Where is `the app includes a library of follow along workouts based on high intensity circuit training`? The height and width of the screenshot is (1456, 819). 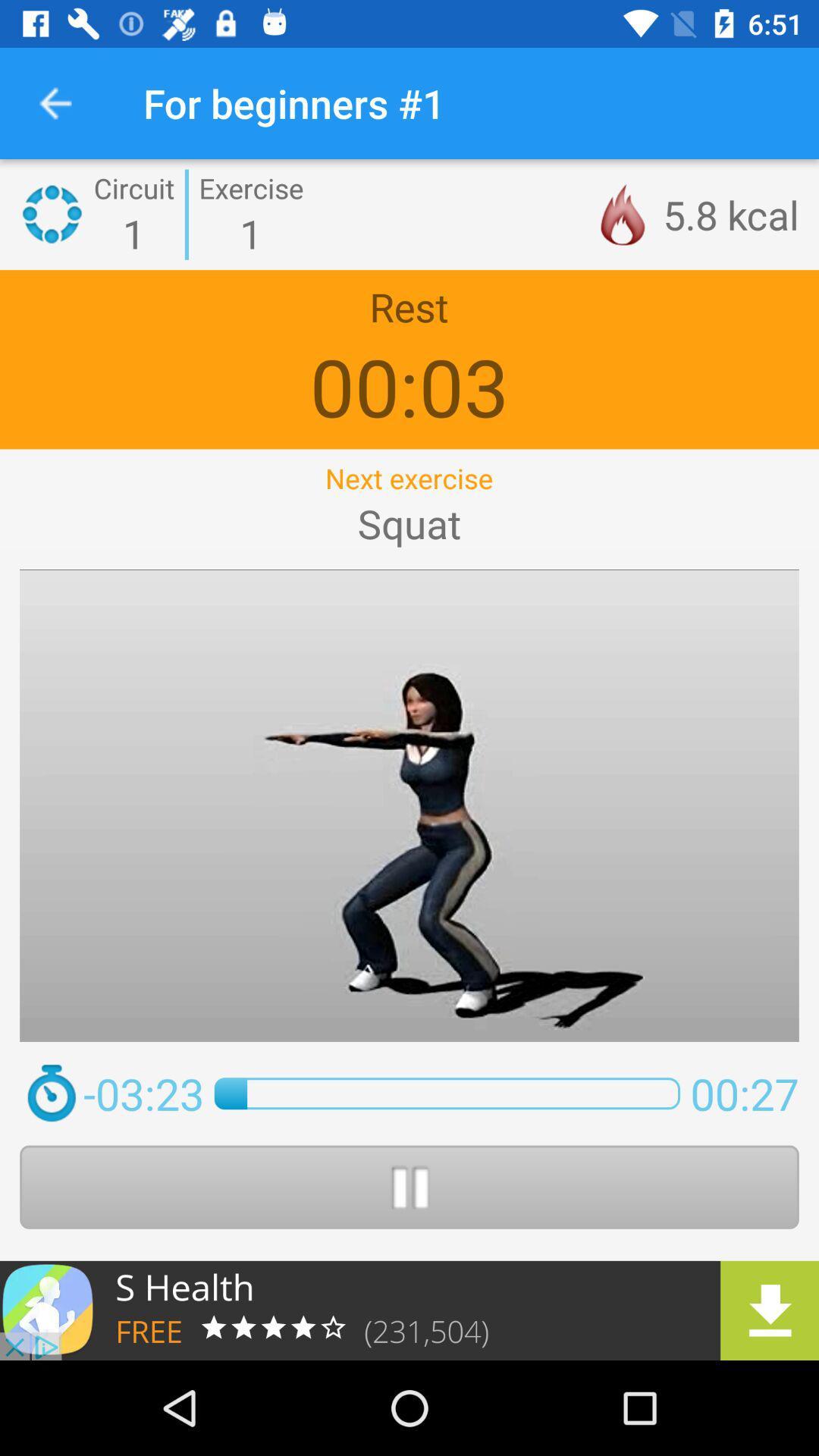 the app includes a library of follow along workouts based on high intensity circuit training is located at coordinates (409, 1310).